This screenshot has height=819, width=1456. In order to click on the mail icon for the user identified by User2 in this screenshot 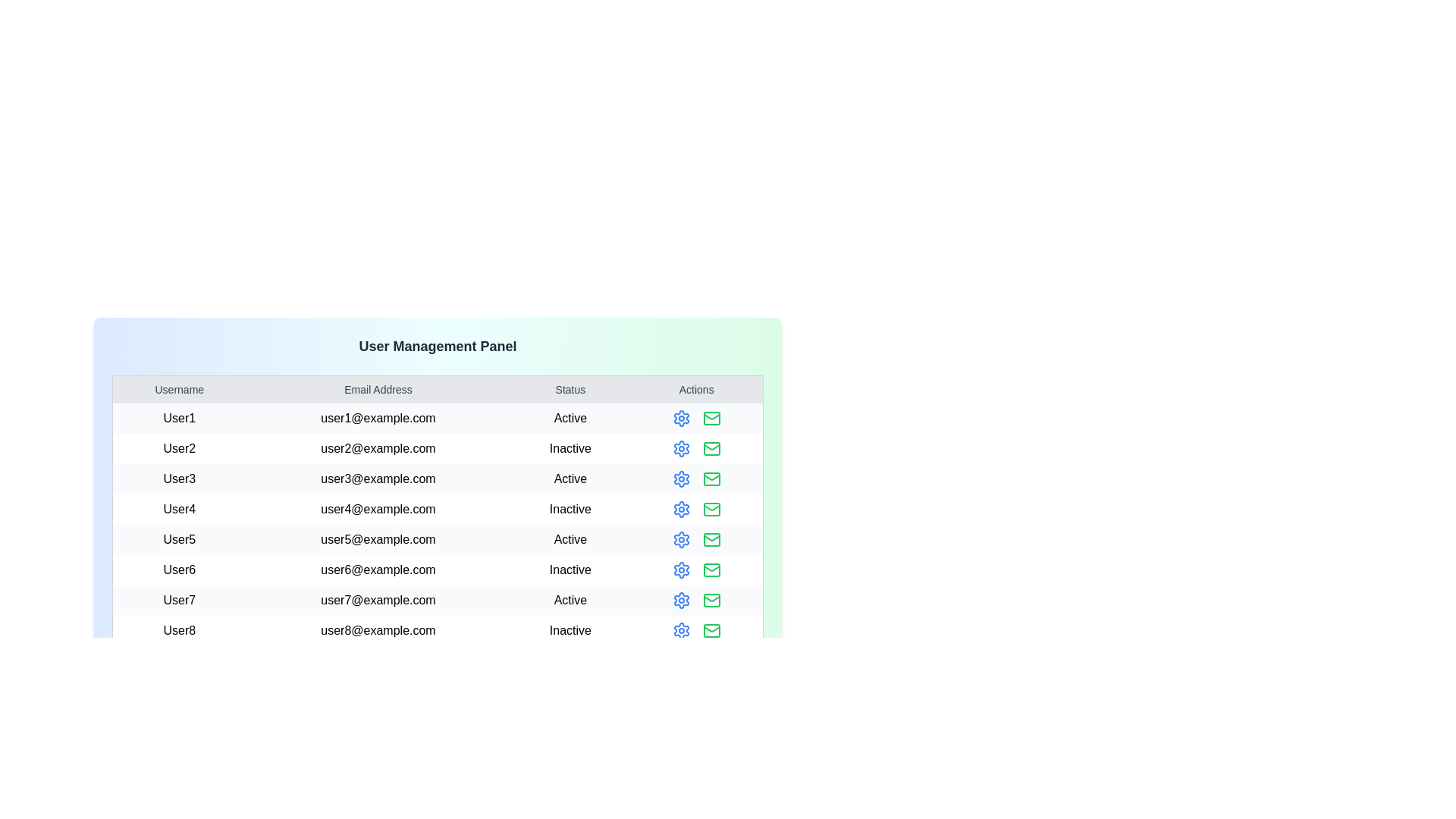, I will do `click(711, 447)`.